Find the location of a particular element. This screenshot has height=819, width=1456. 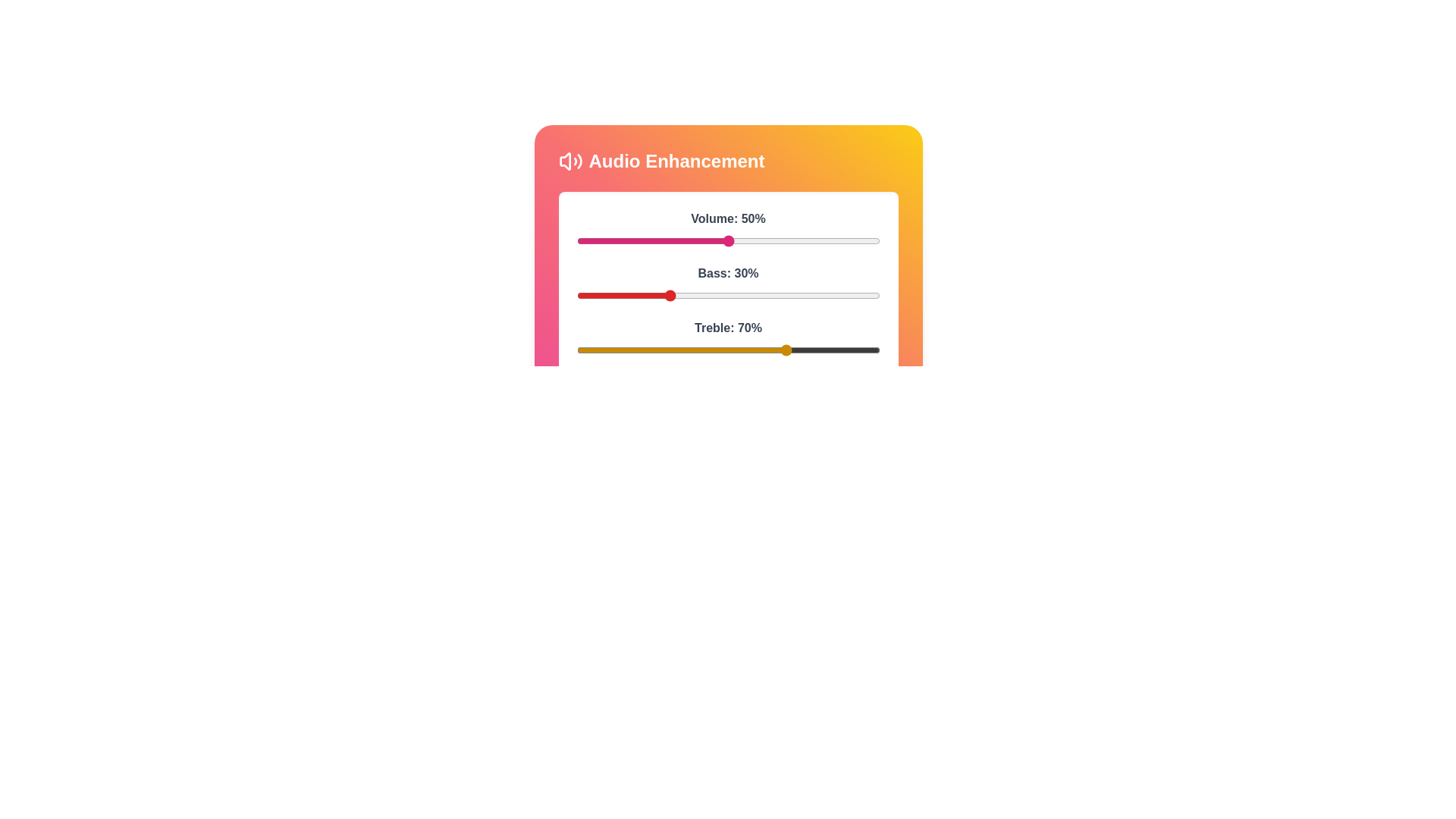

the bold, large-sized text label saying 'Audio Enhancement' styled in white font, which is positioned near the top of a gradient background transitioning from pink to orange is located at coordinates (676, 161).